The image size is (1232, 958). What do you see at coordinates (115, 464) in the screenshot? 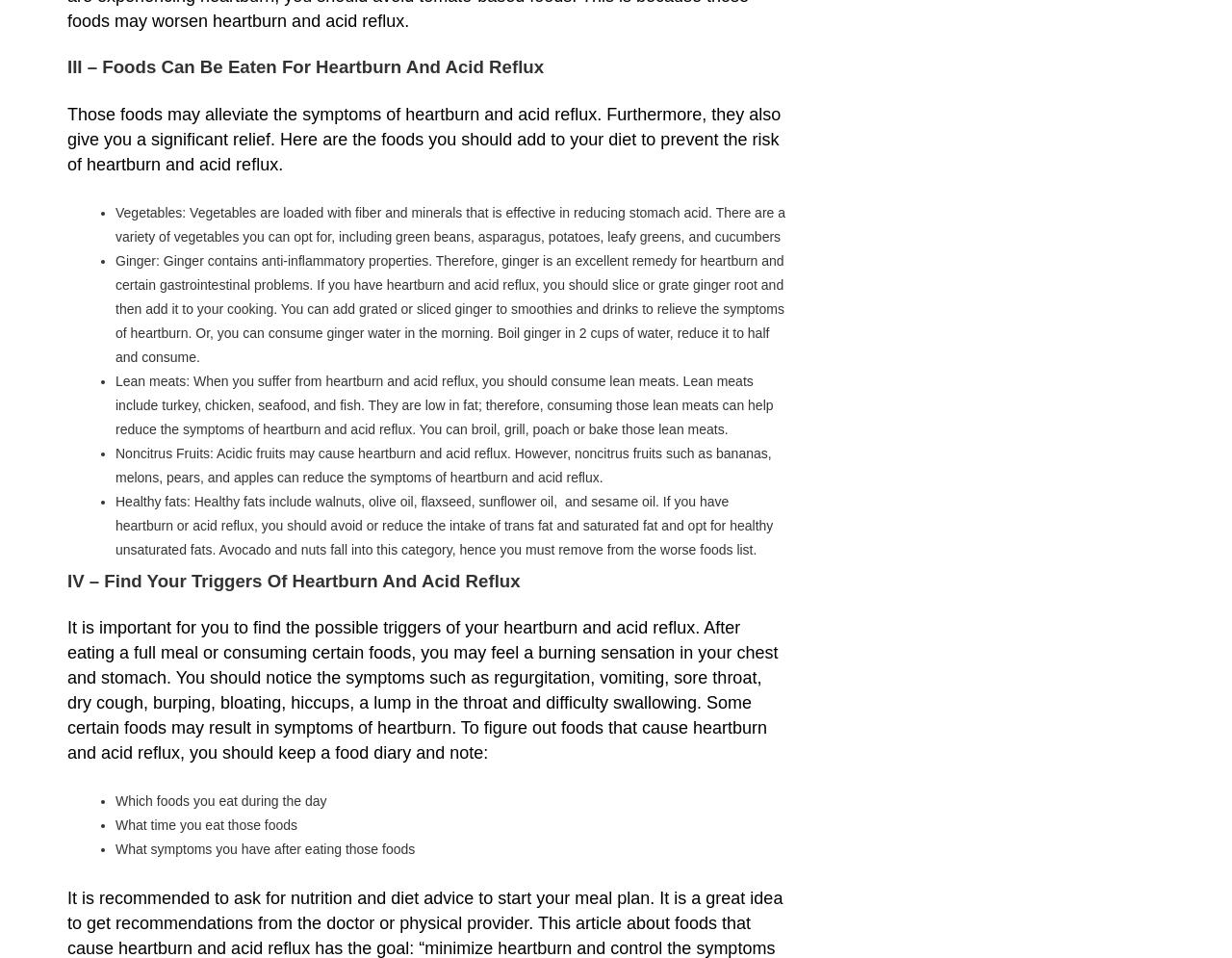
I see `'Noncitrus Fruits: Acidic fruits may cause heartburn and acid reflux. However, noncitrus fruits such as bananas, melons, pears, and apples can reduce the symptoms of heartburn and acid reflux.'` at bounding box center [115, 464].